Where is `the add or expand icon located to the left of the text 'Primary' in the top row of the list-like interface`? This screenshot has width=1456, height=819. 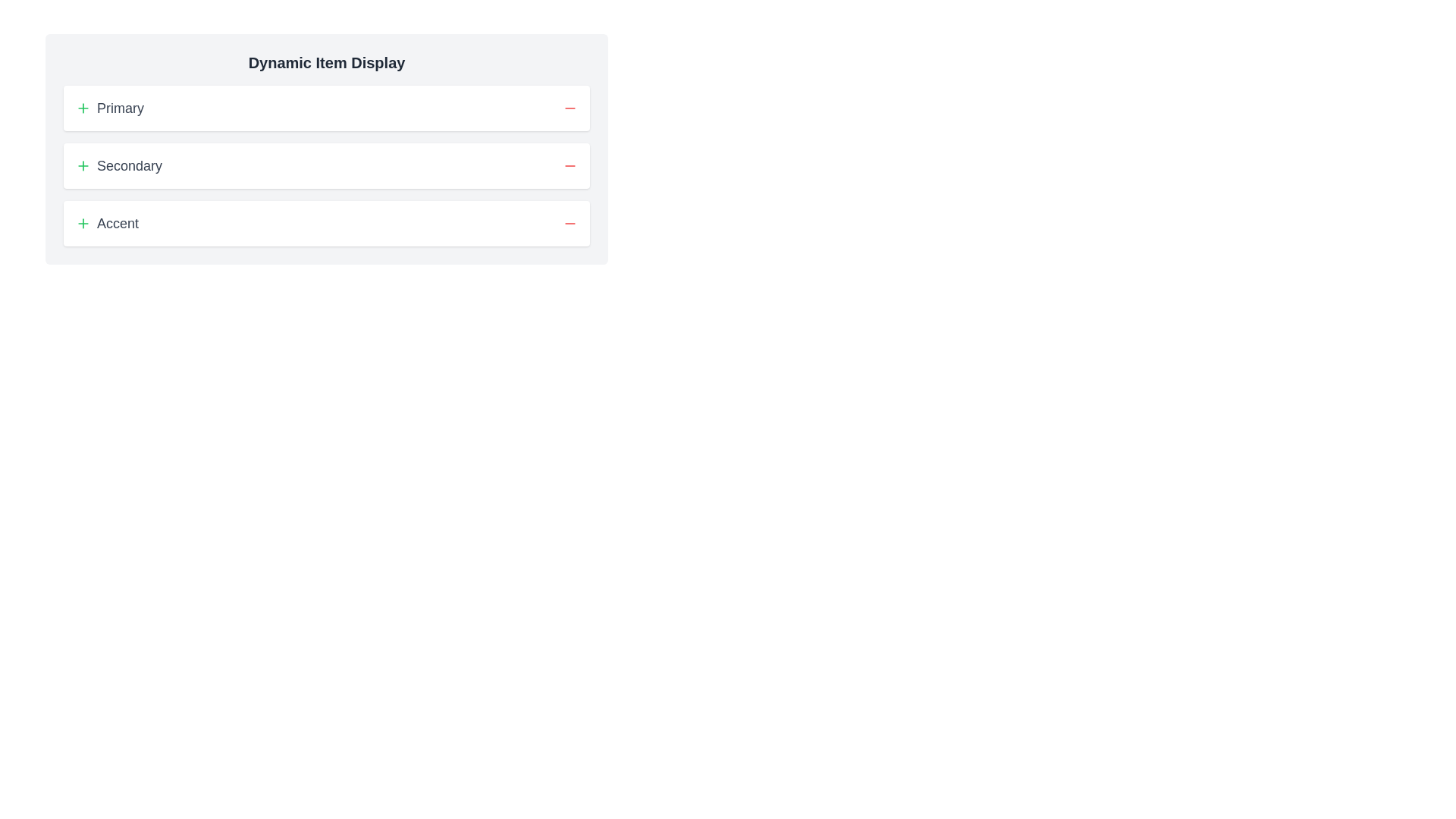 the add or expand icon located to the left of the text 'Primary' in the top row of the list-like interface is located at coordinates (83, 107).